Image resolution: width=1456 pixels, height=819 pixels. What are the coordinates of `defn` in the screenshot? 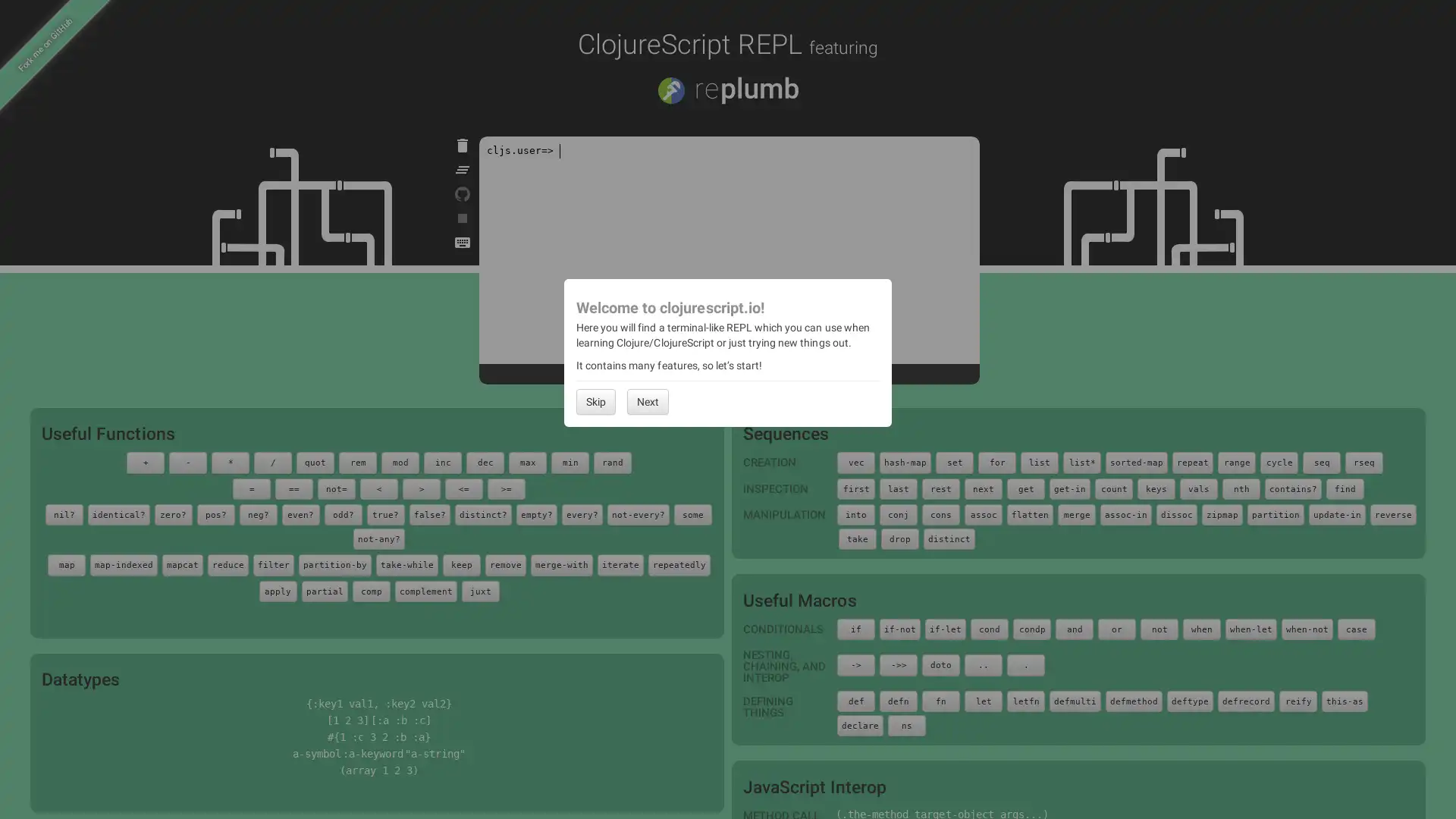 It's located at (899, 701).